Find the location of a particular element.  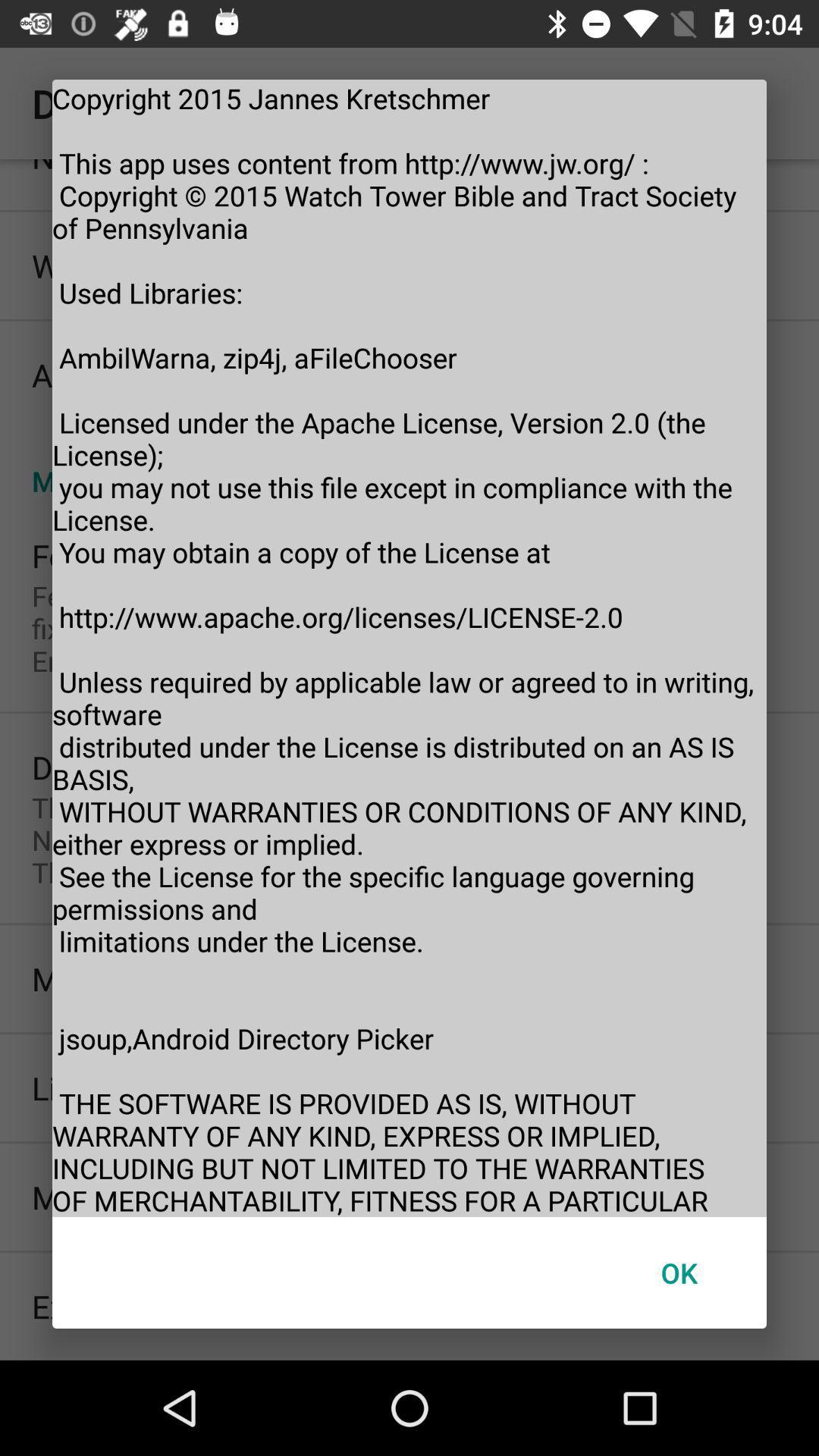

the ok item is located at coordinates (678, 1272).